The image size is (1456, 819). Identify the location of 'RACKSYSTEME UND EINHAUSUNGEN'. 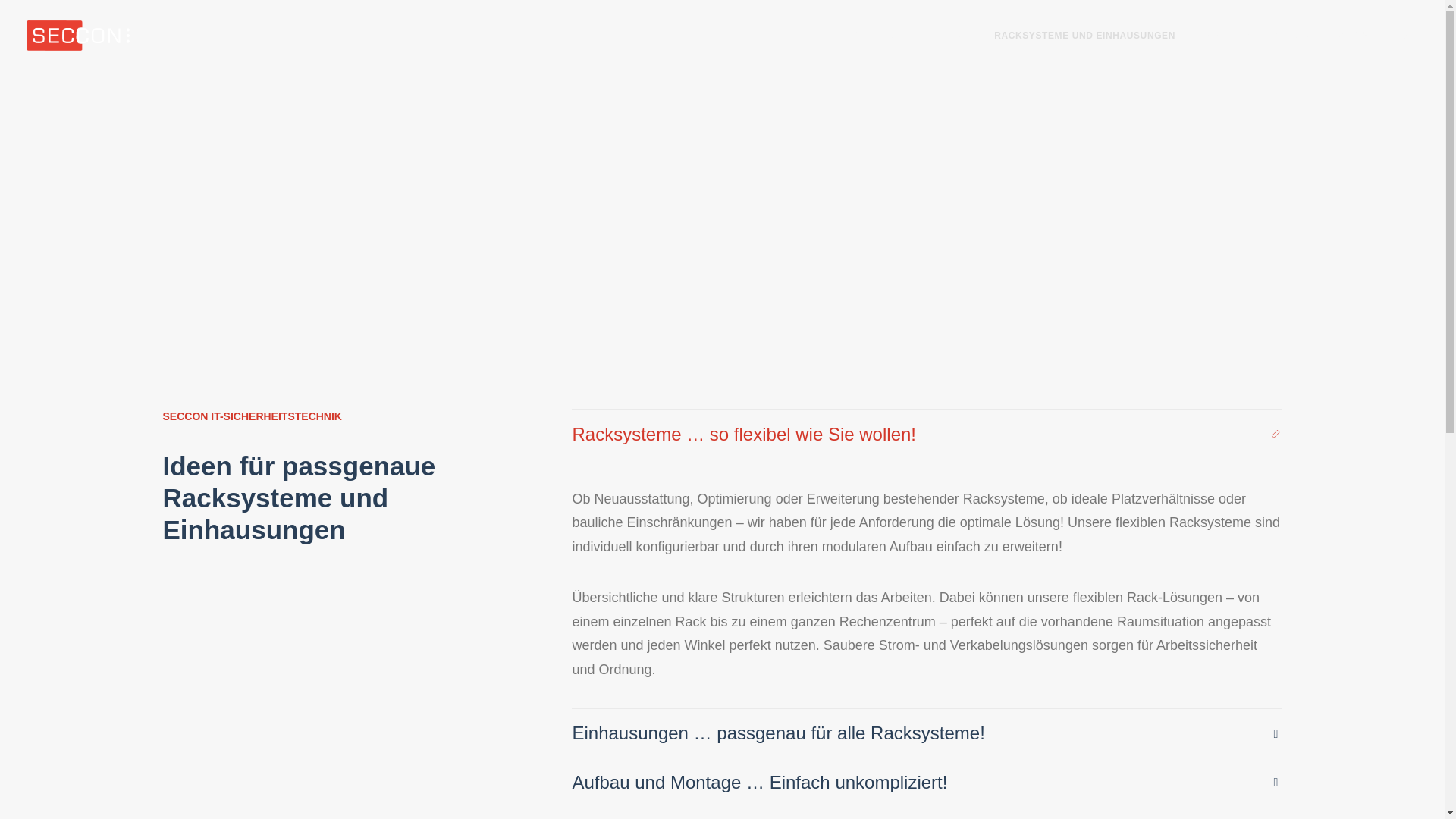
(1084, 34).